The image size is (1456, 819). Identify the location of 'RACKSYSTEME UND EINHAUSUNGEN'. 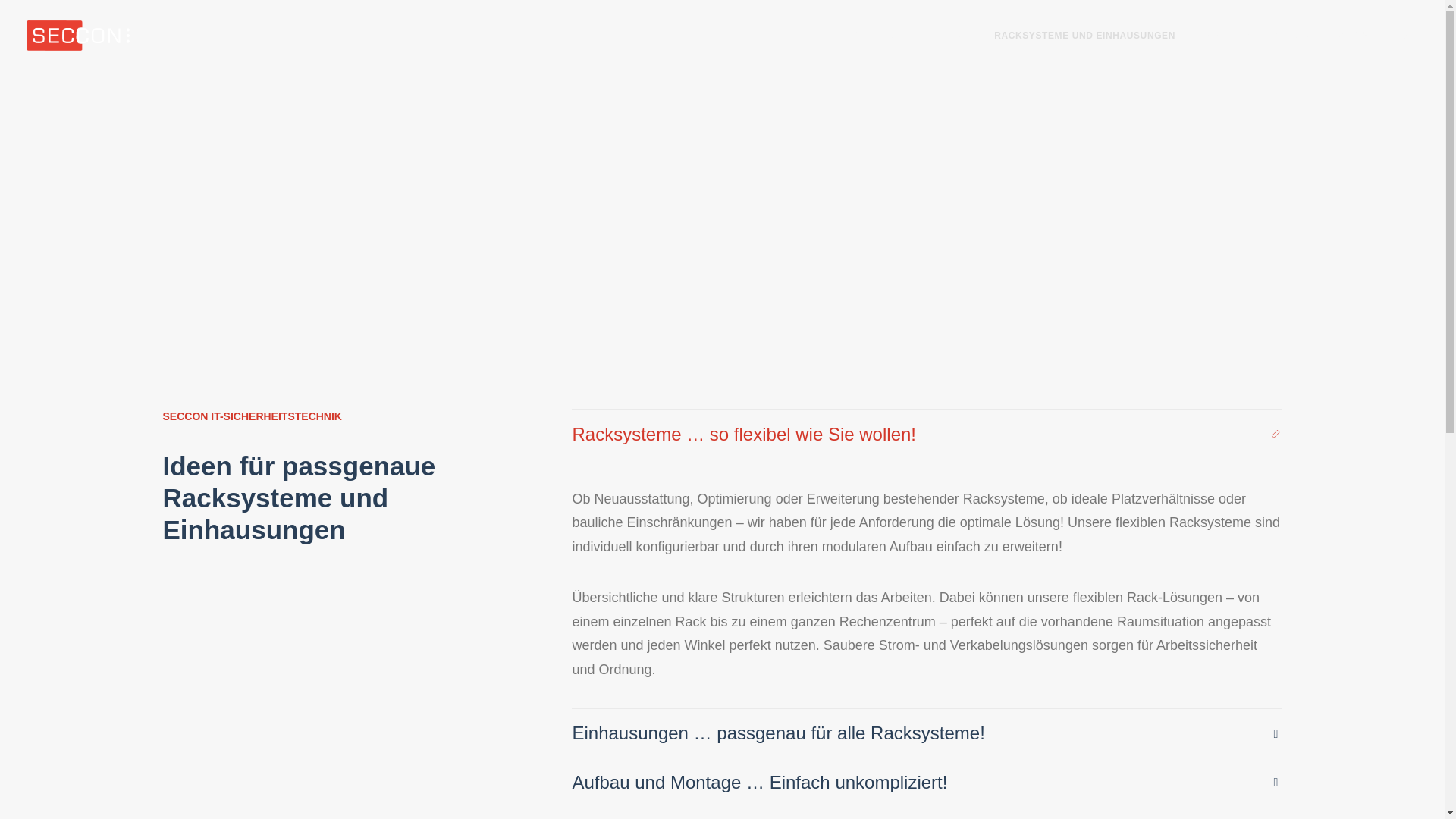
(1084, 34).